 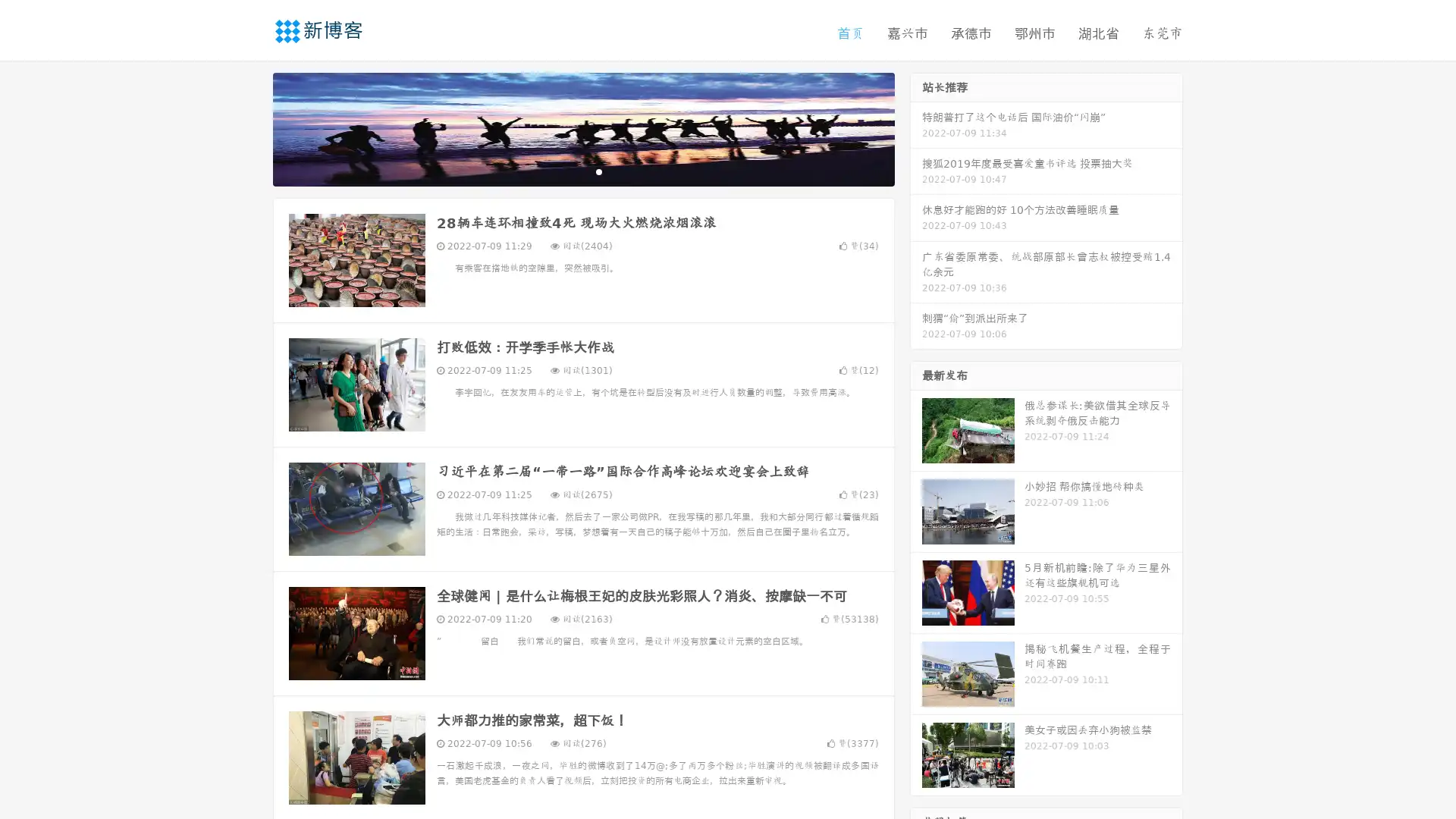 I want to click on Go to slide 1, so click(x=567, y=171).